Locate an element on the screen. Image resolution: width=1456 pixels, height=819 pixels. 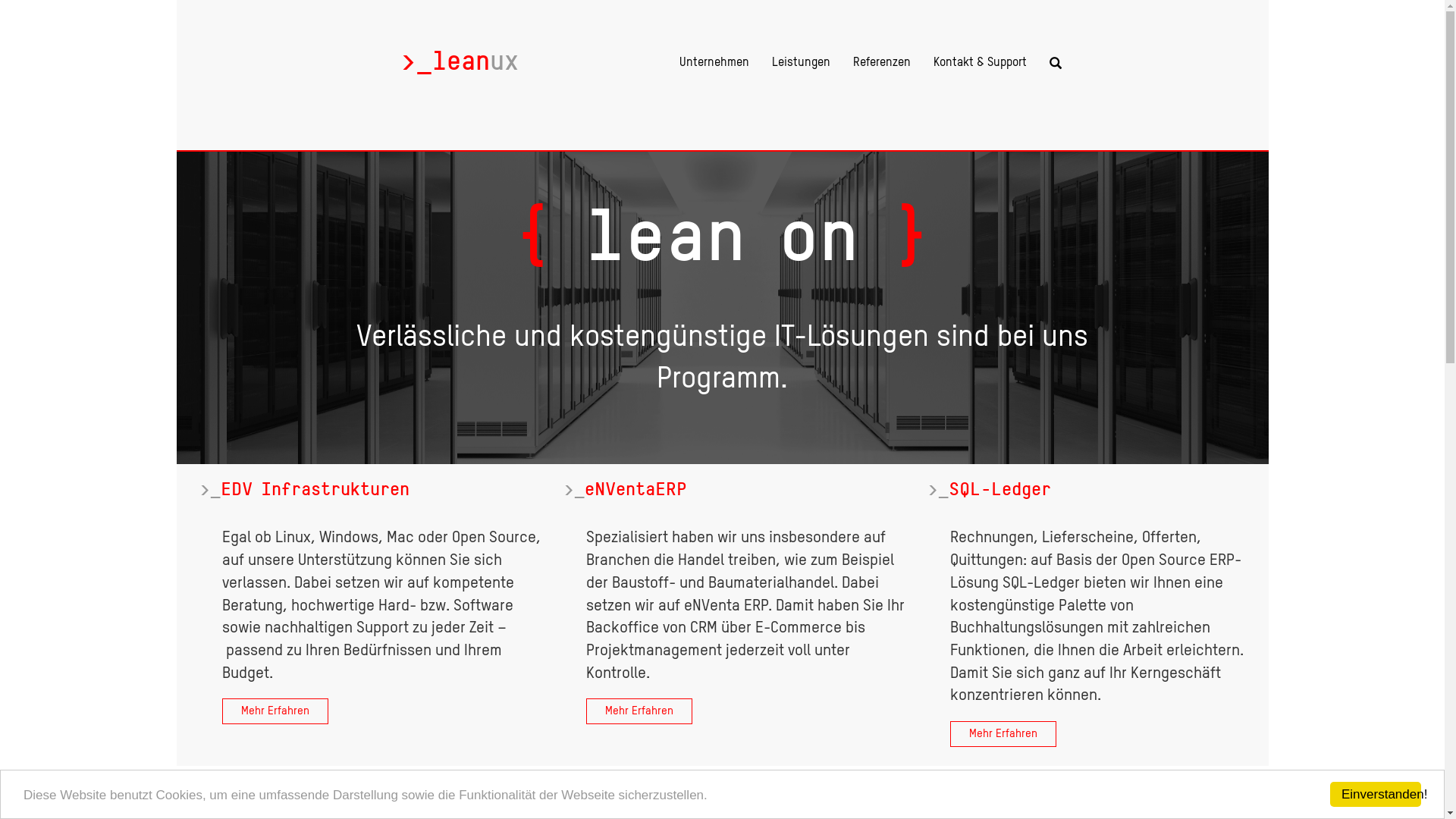
'Einverstanden!' is located at coordinates (1376, 793).